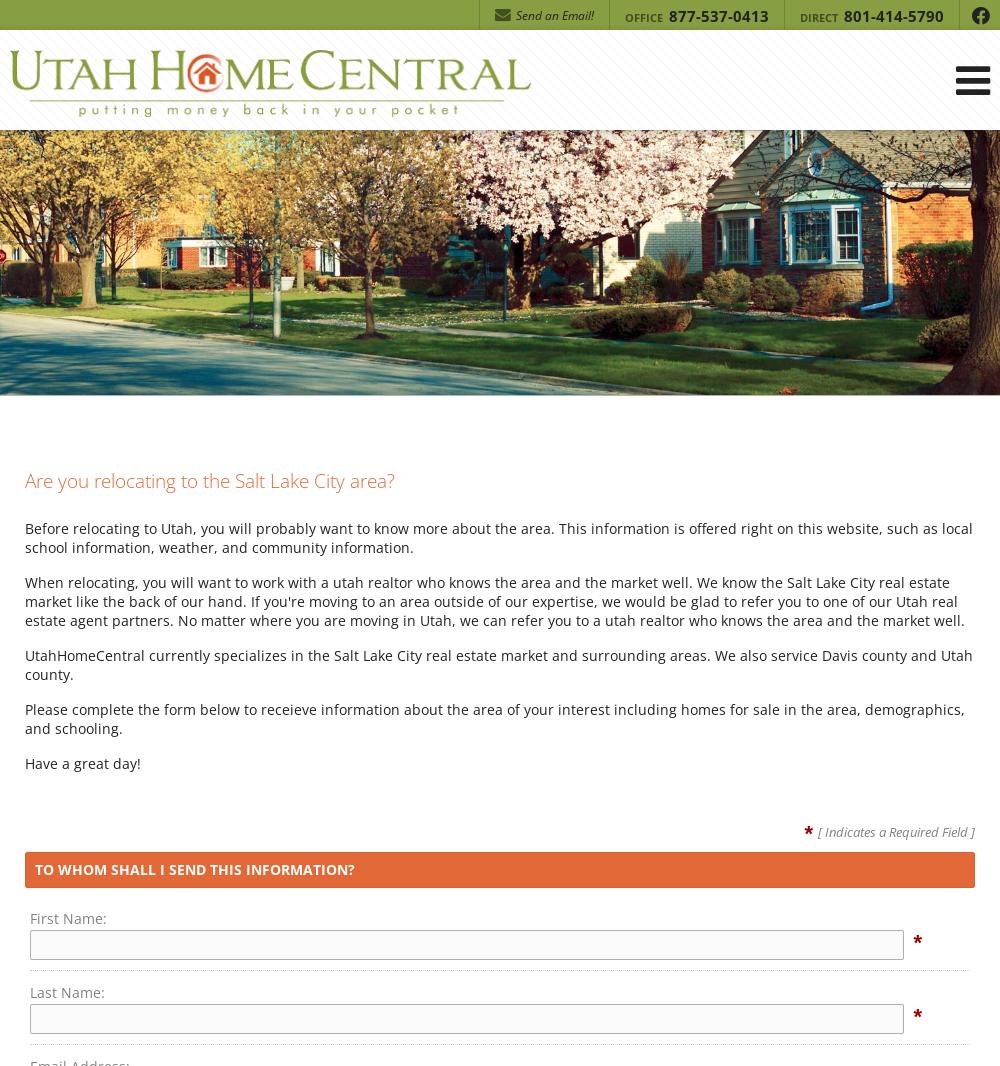 Image resolution: width=1000 pixels, height=1066 pixels. What do you see at coordinates (892, 14) in the screenshot?
I see `'801-414-5790'` at bounding box center [892, 14].